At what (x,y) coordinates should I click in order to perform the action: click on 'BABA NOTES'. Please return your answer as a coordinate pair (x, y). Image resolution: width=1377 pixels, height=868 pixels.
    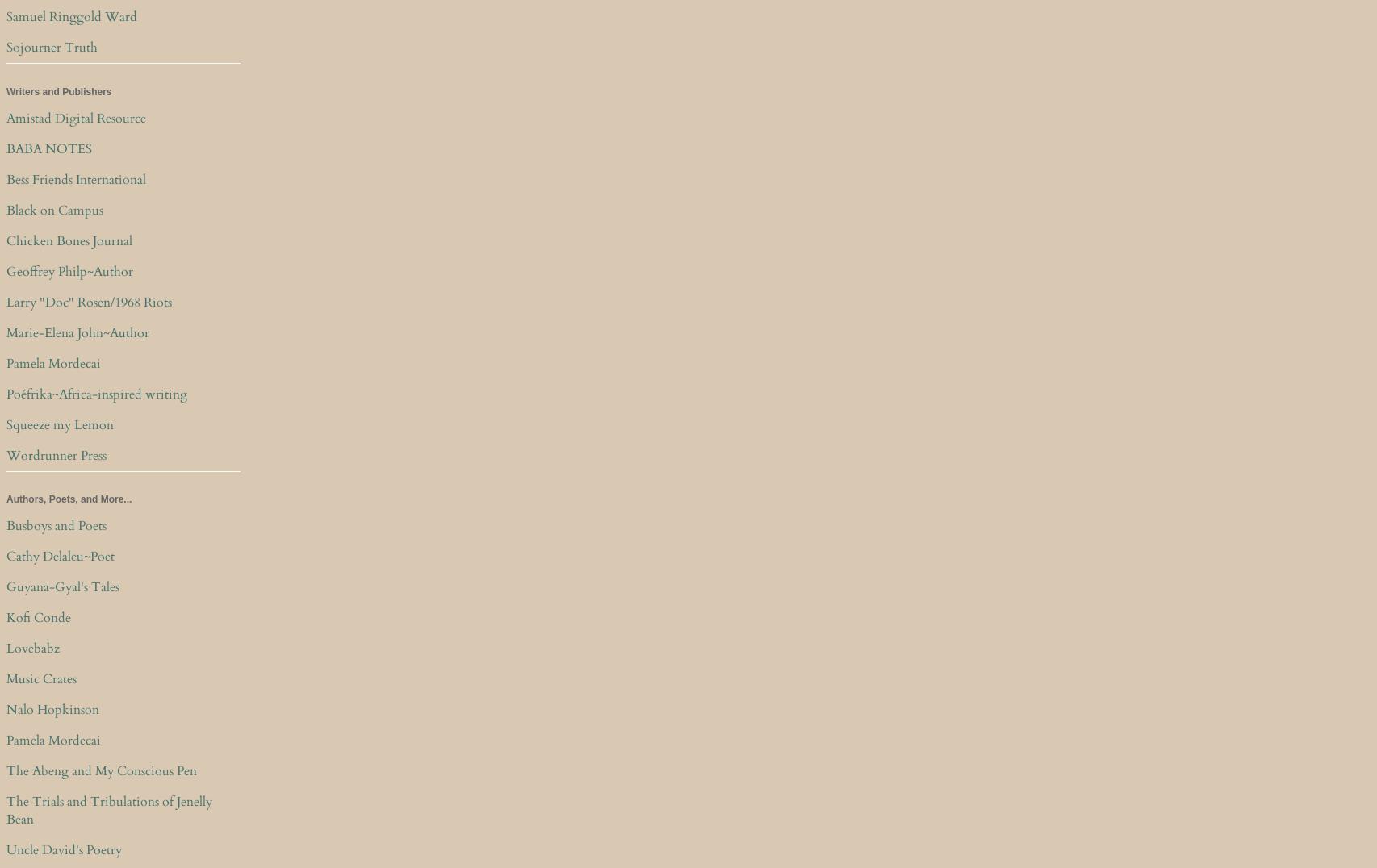
    Looking at the image, I should click on (49, 147).